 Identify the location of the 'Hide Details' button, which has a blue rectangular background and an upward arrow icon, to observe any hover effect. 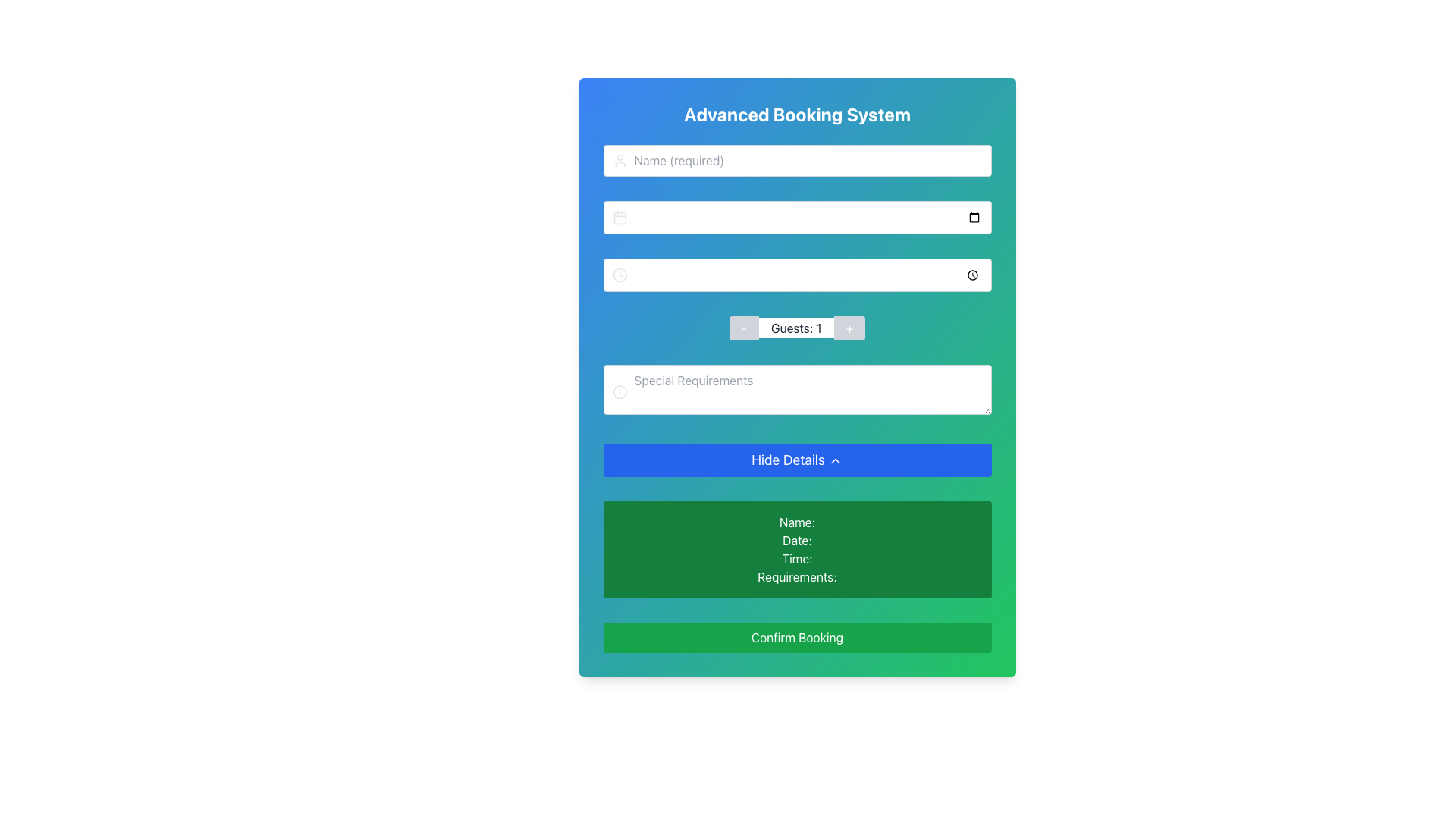
(796, 459).